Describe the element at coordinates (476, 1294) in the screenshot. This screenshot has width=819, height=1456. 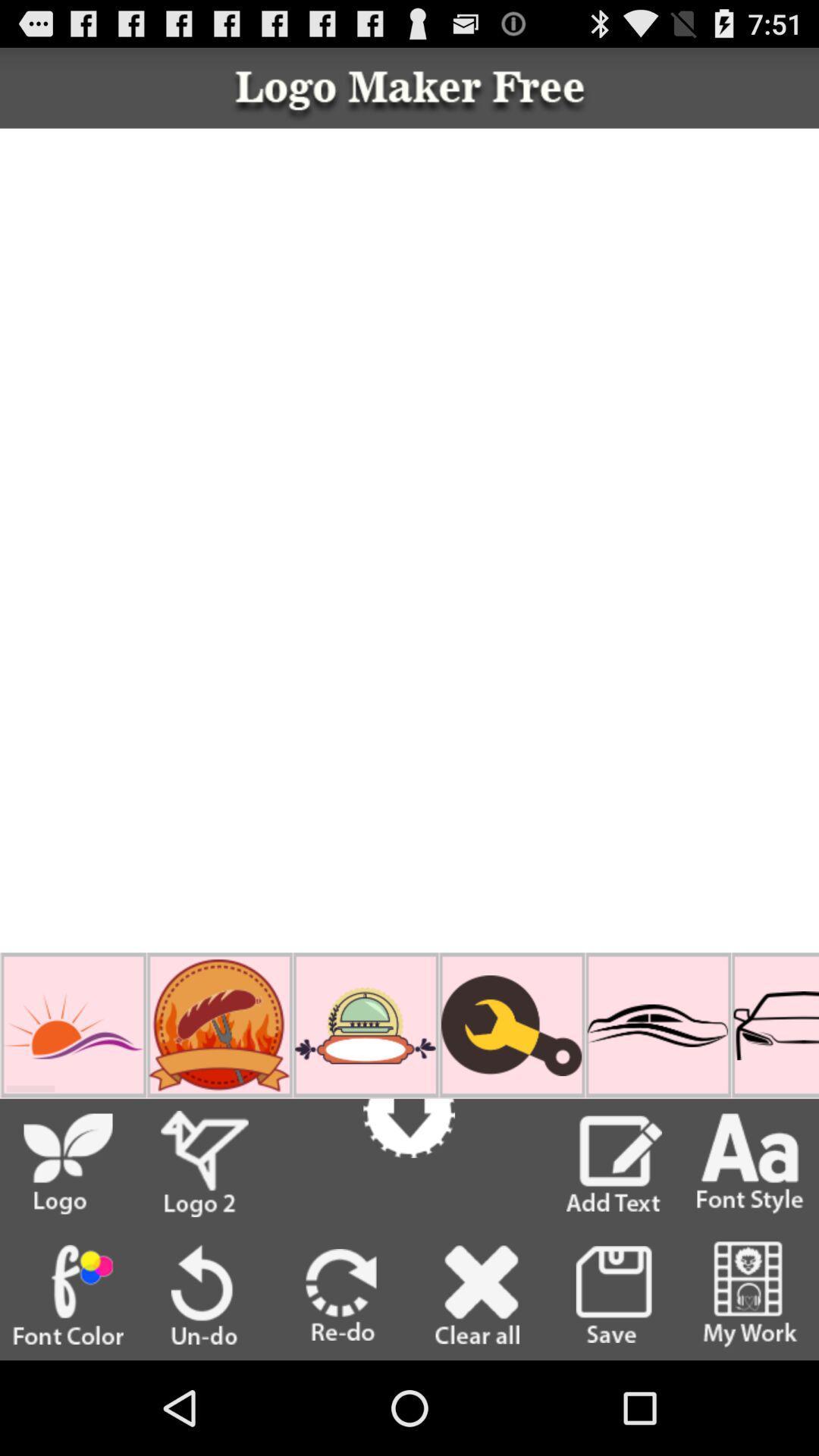
I see `clear all` at that location.